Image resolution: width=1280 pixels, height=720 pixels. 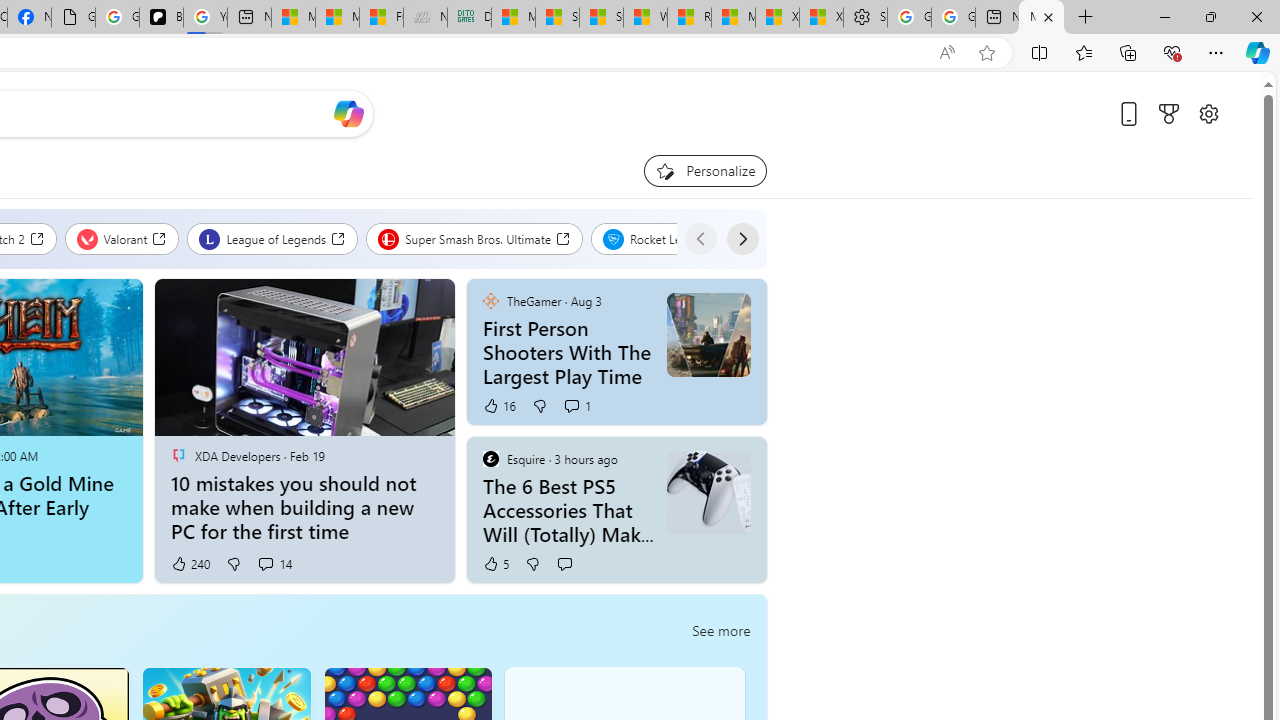 I want to click on 'Microsoft rewards', so click(x=1169, y=114).